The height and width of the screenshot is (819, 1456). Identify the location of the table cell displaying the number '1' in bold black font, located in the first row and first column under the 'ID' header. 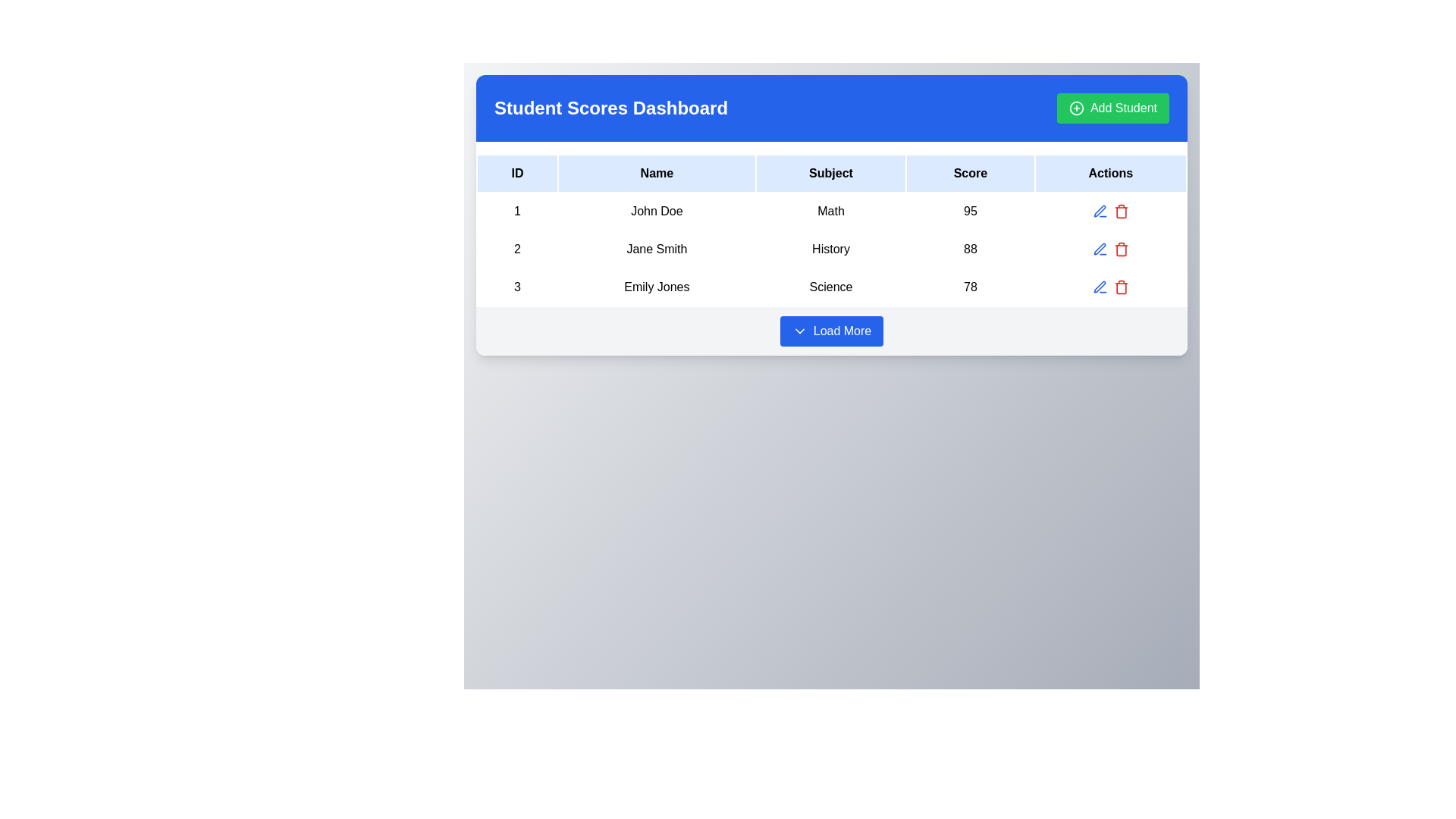
(517, 211).